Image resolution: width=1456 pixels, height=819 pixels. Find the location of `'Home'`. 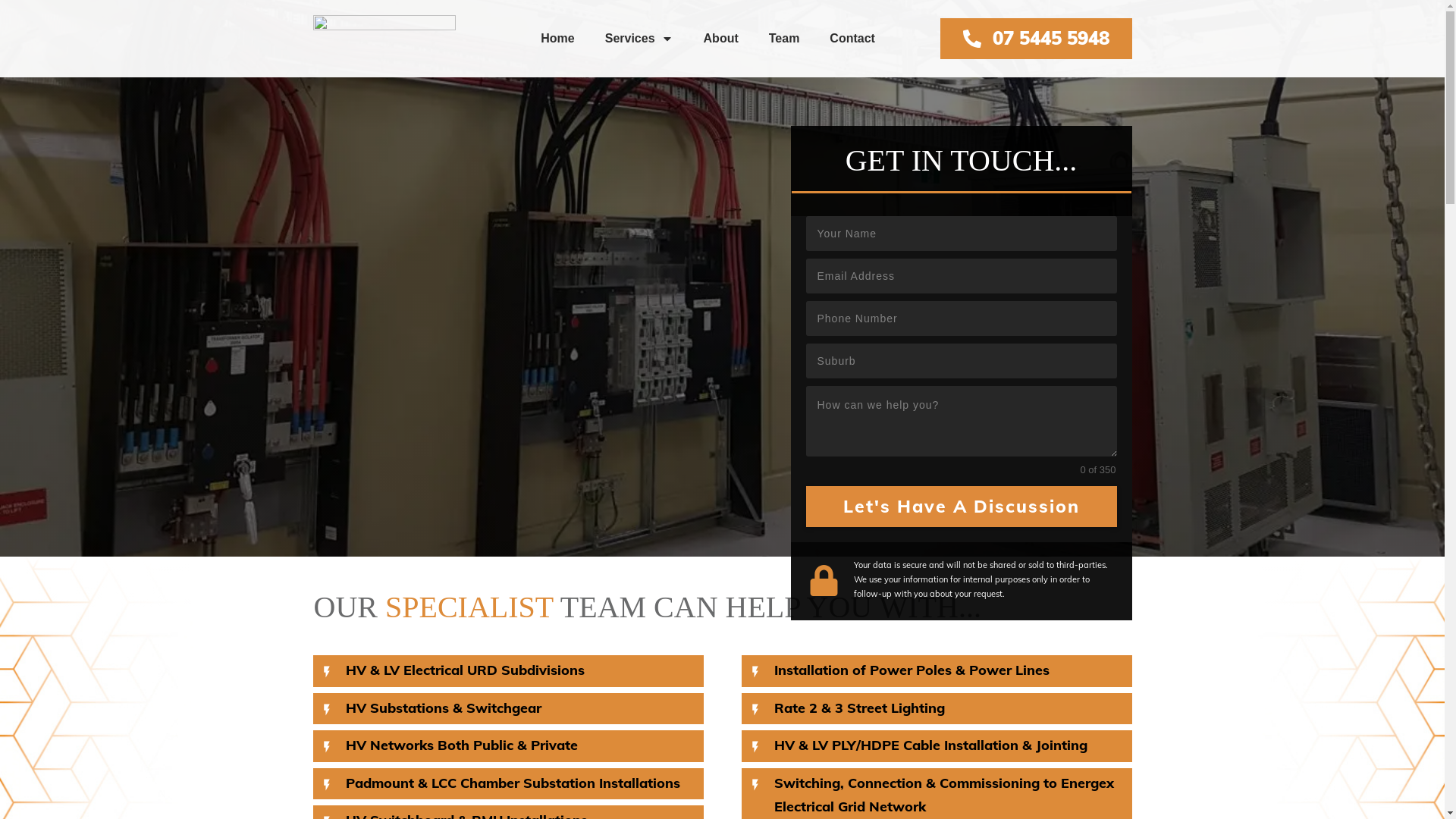

'Home' is located at coordinates (541, 37).